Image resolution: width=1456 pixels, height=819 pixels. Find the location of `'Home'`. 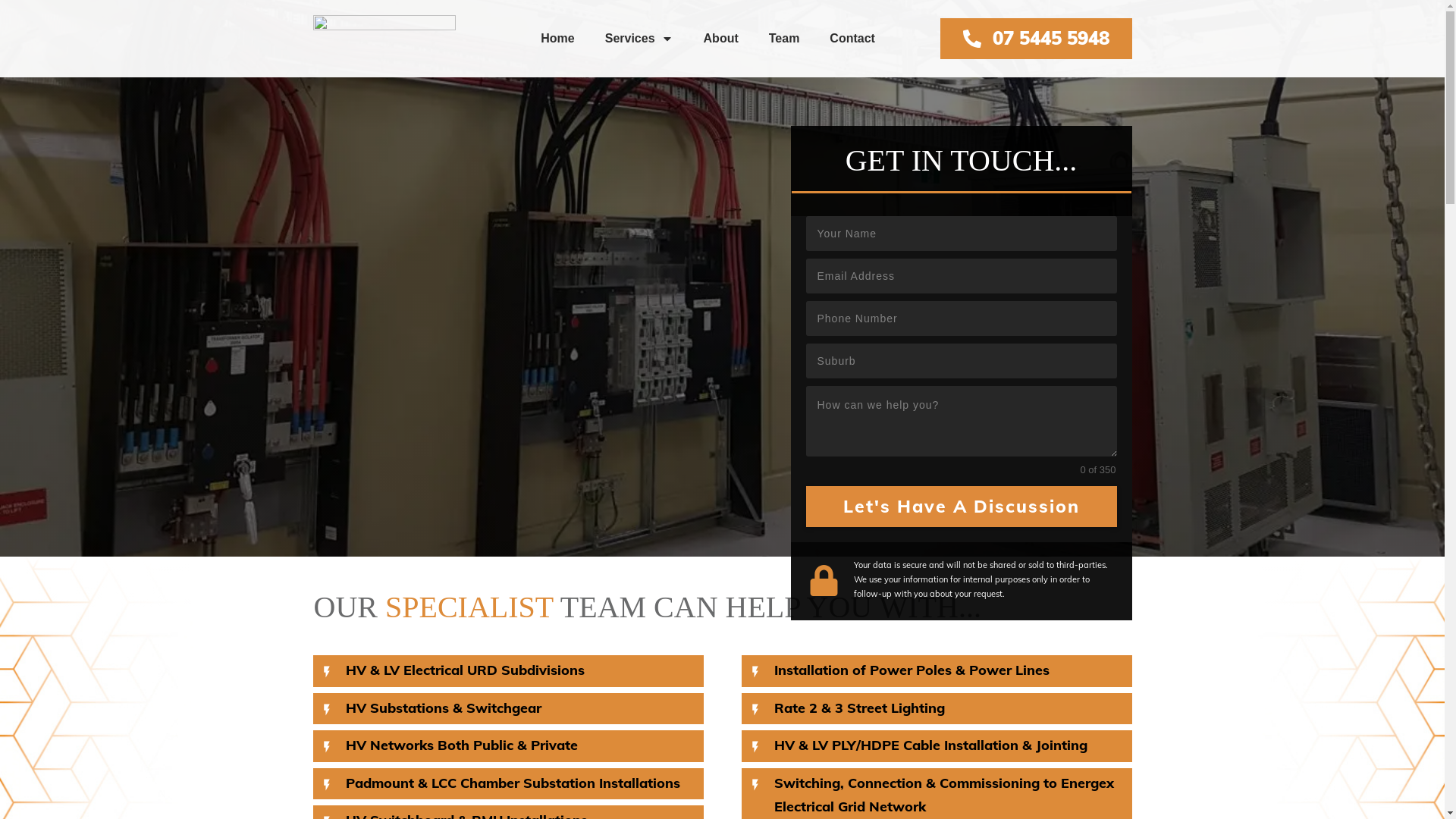

'Home' is located at coordinates (541, 37).